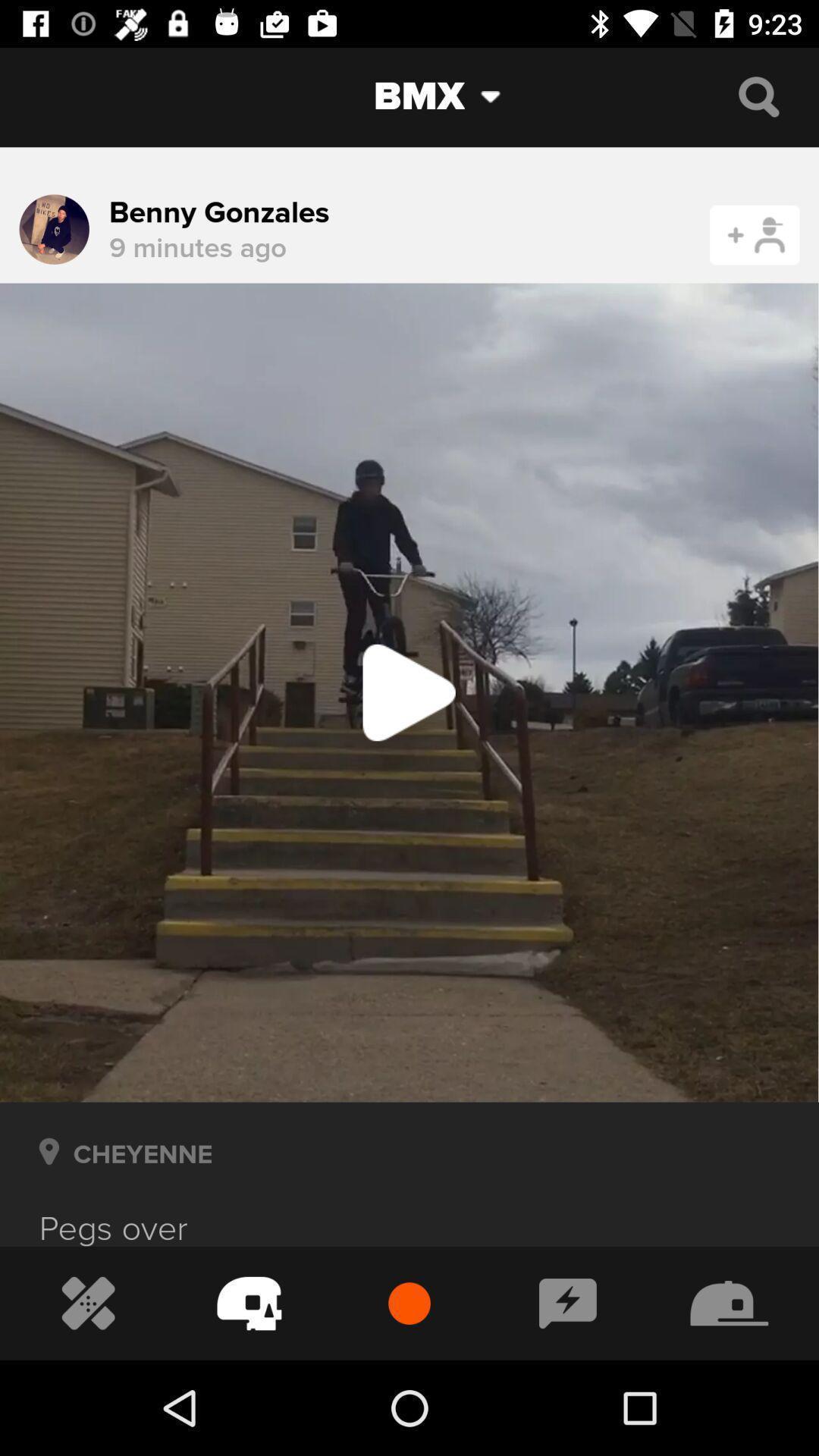 The image size is (819, 1456). Describe the element at coordinates (502, 96) in the screenshot. I see `the expand_more icon` at that location.